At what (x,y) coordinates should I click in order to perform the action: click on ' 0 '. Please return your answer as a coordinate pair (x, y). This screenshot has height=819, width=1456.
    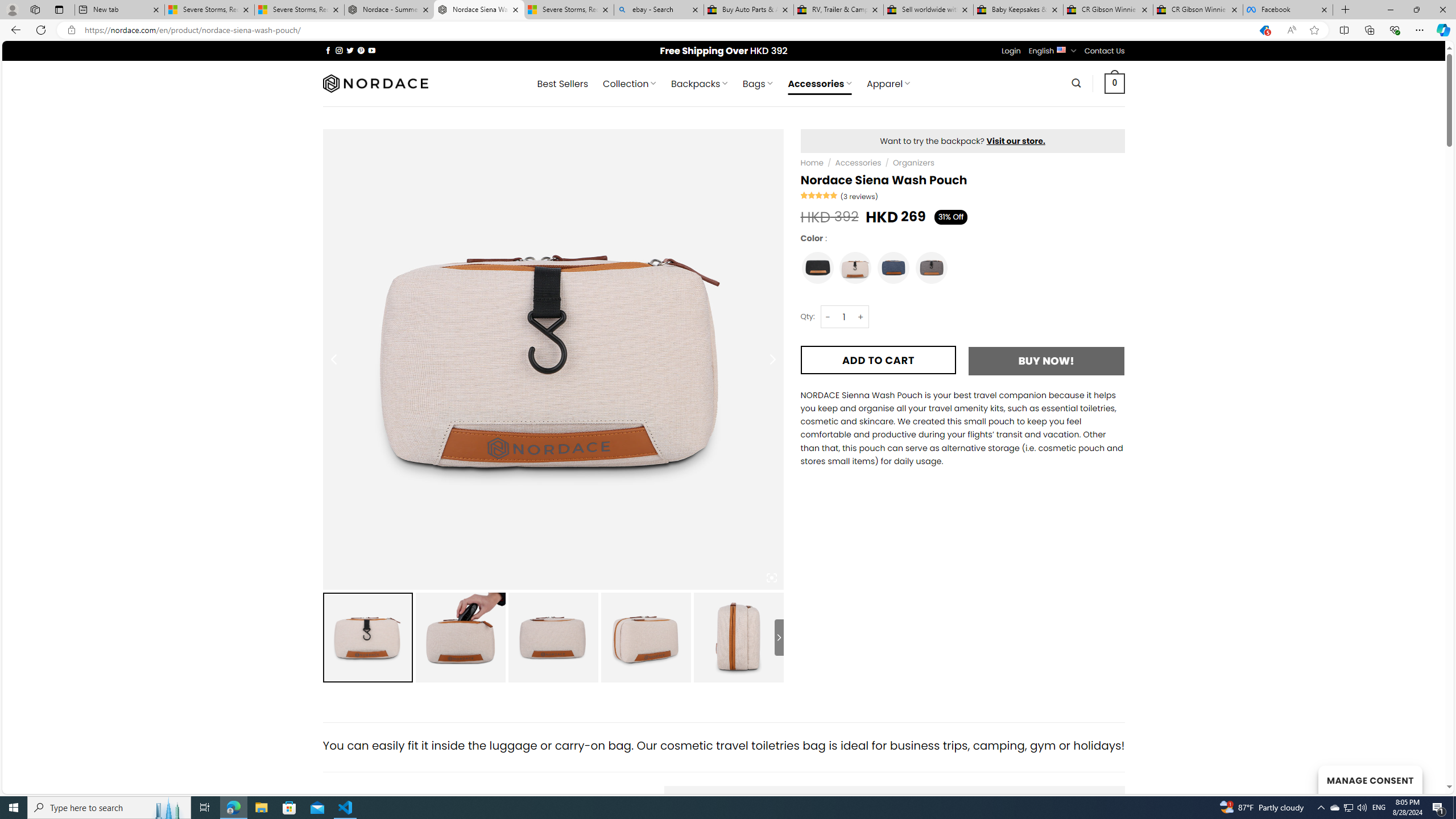
    Looking at the image, I should click on (1115, 82).